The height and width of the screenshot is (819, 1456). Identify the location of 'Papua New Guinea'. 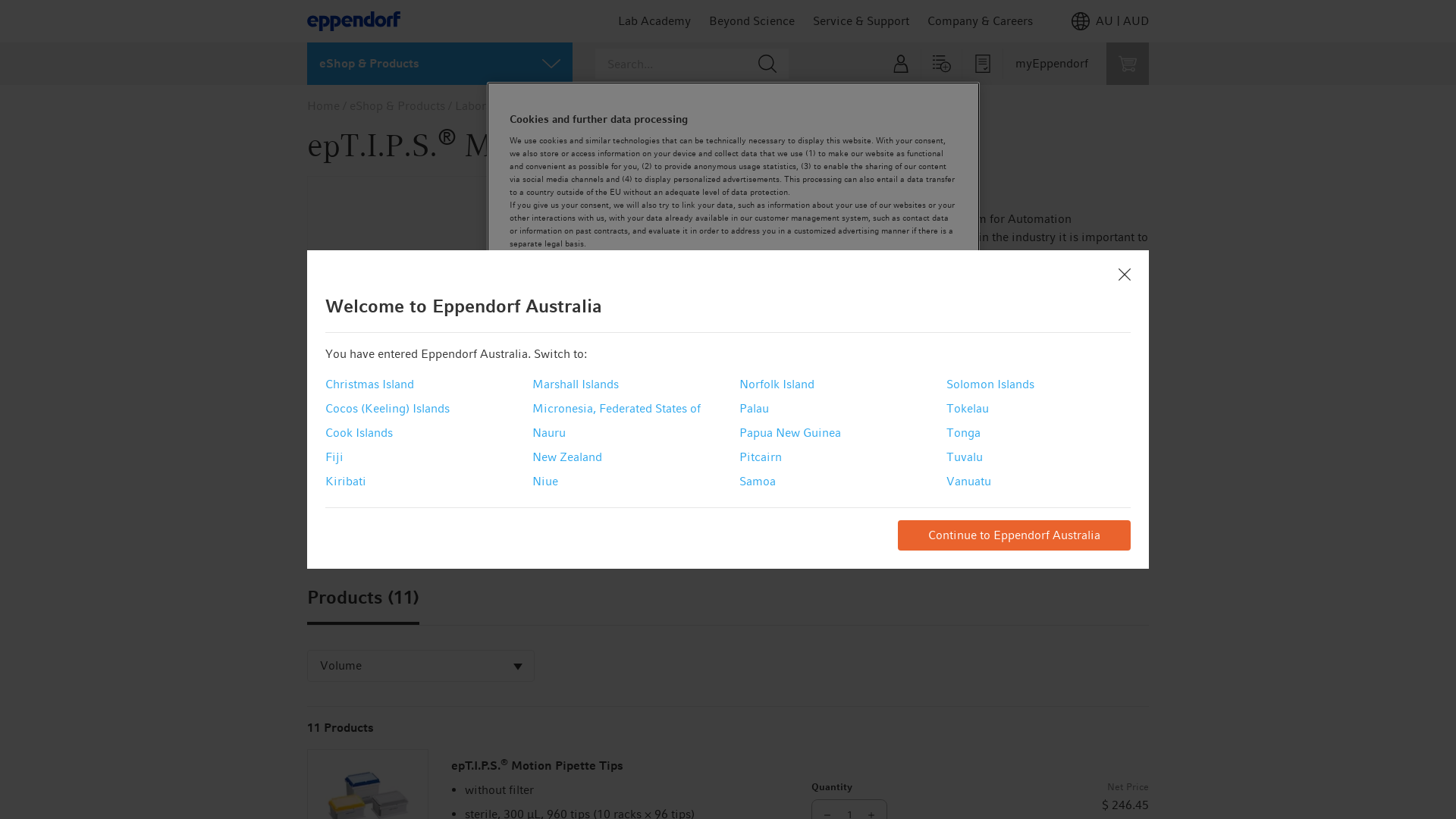
(739, 432).